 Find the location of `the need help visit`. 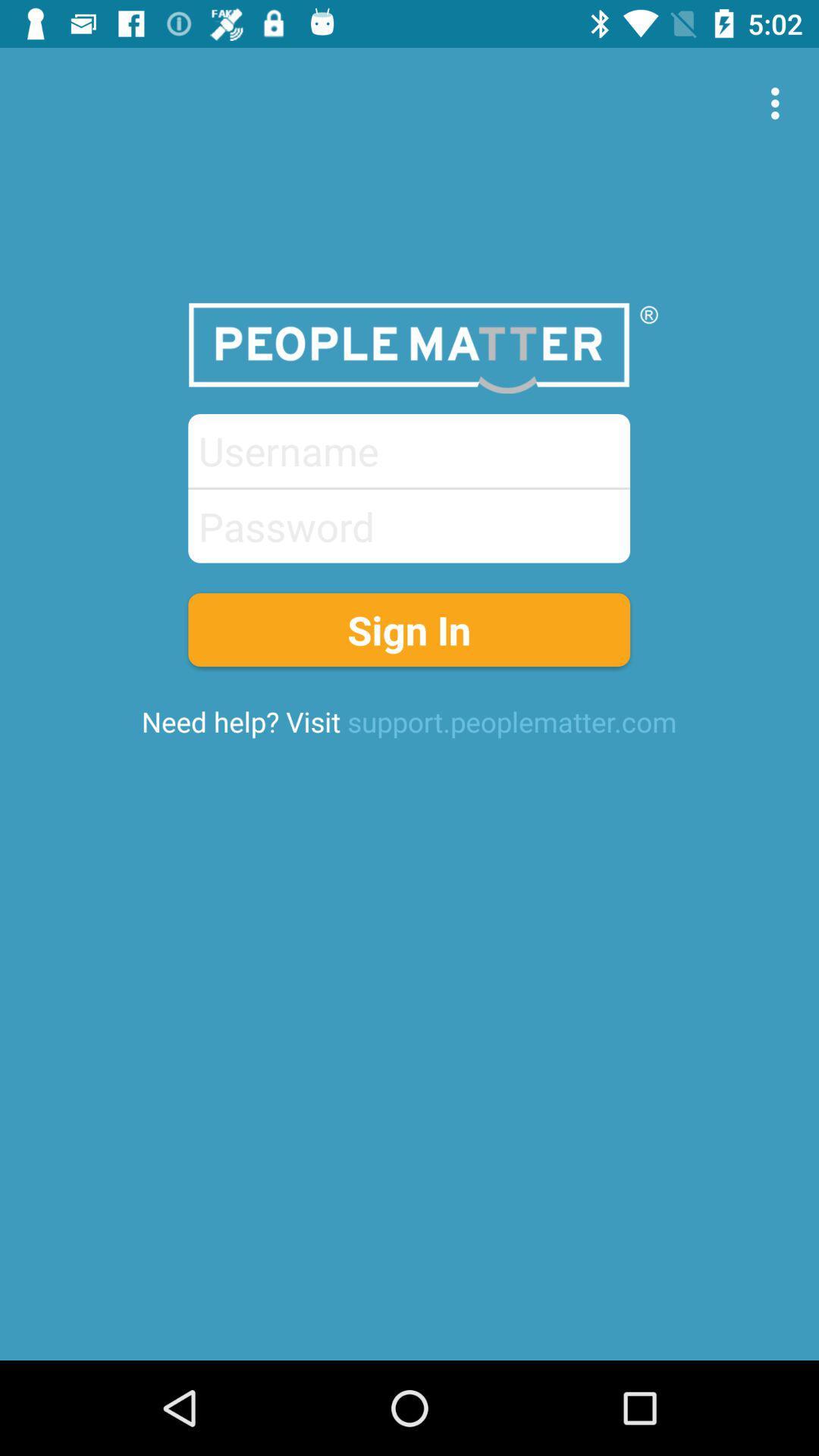

the need help visit is located at coordinates (408, 720).